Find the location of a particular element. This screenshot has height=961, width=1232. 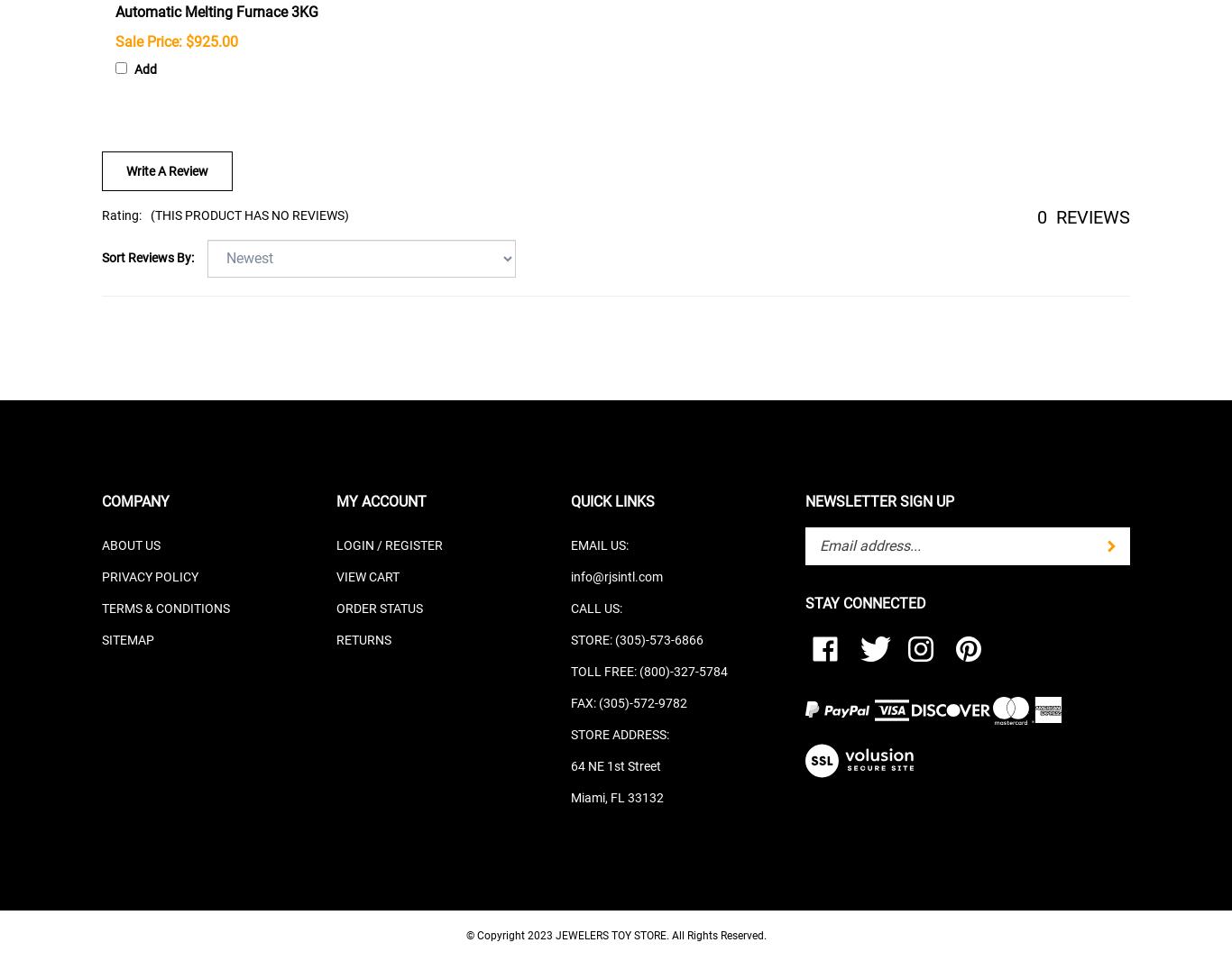

'(This product has no reviews)' is located at coordinates (250, 214).